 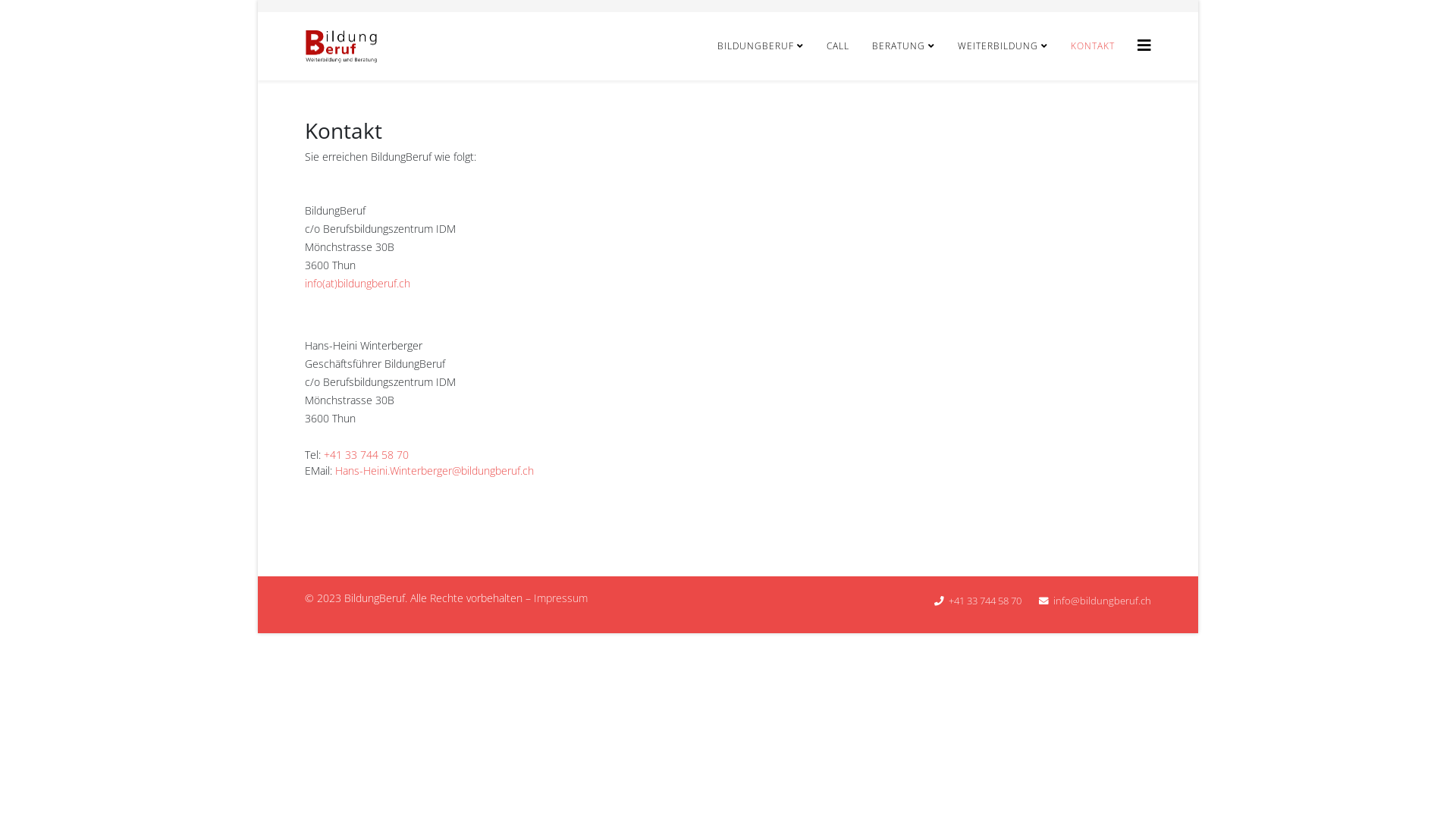 What do you see at coordinates (1058, 45) in the screenshot?
I see `'KONTAKT'` at bounding box center [1058, 45].